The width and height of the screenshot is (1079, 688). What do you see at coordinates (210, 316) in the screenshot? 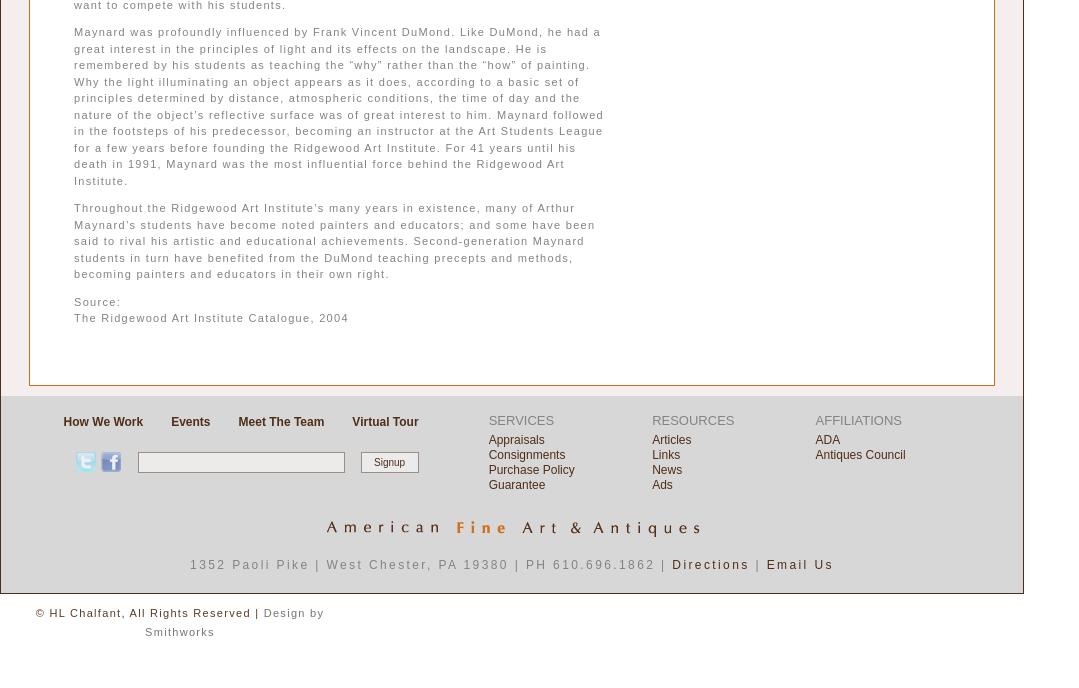
I see `'The Ridgewood Art Institute Catalogue, 2004'` at bounding box center [210, 316].